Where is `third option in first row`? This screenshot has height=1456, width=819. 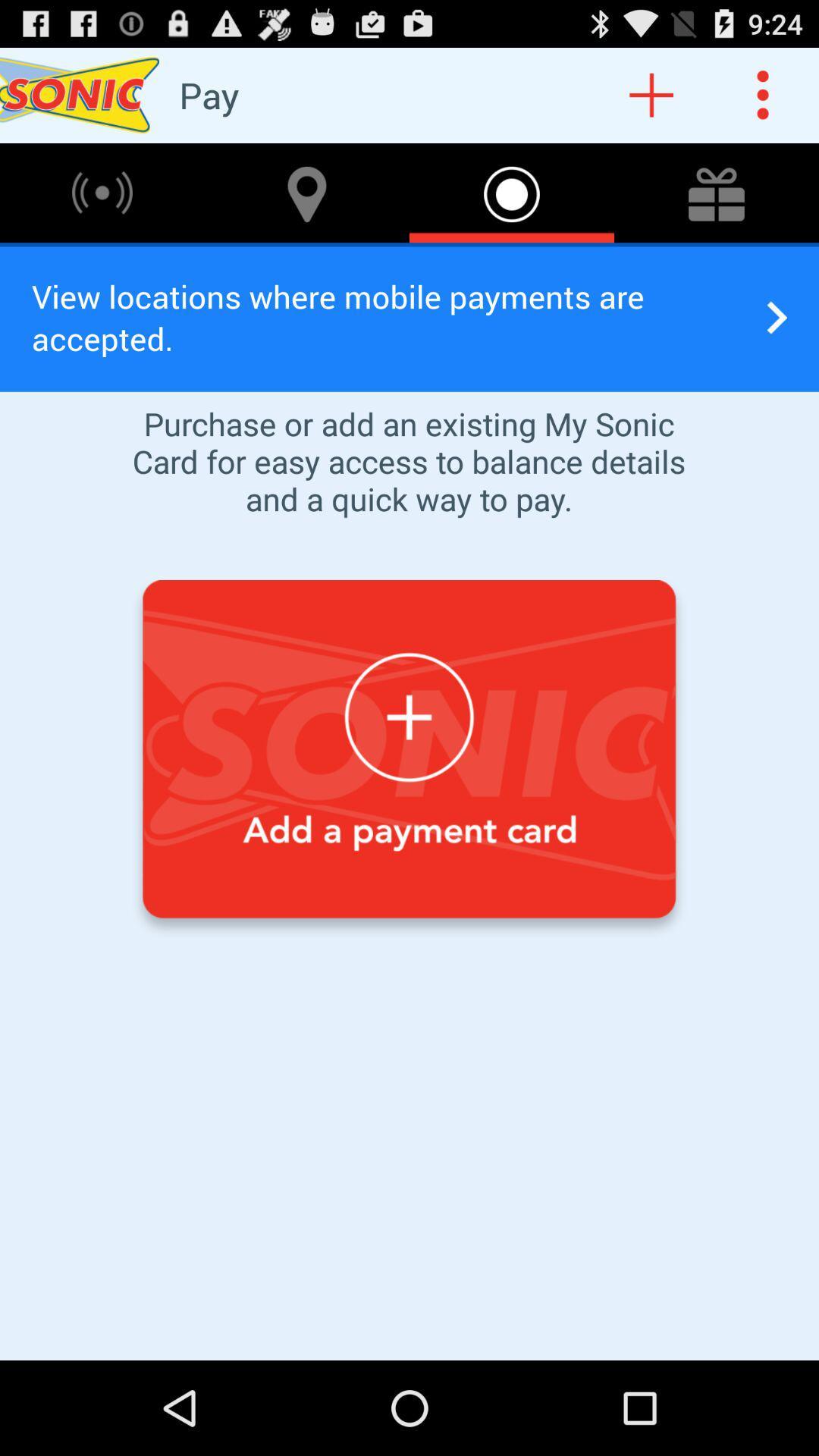
third option in first row is located at coordinates (512, 192).